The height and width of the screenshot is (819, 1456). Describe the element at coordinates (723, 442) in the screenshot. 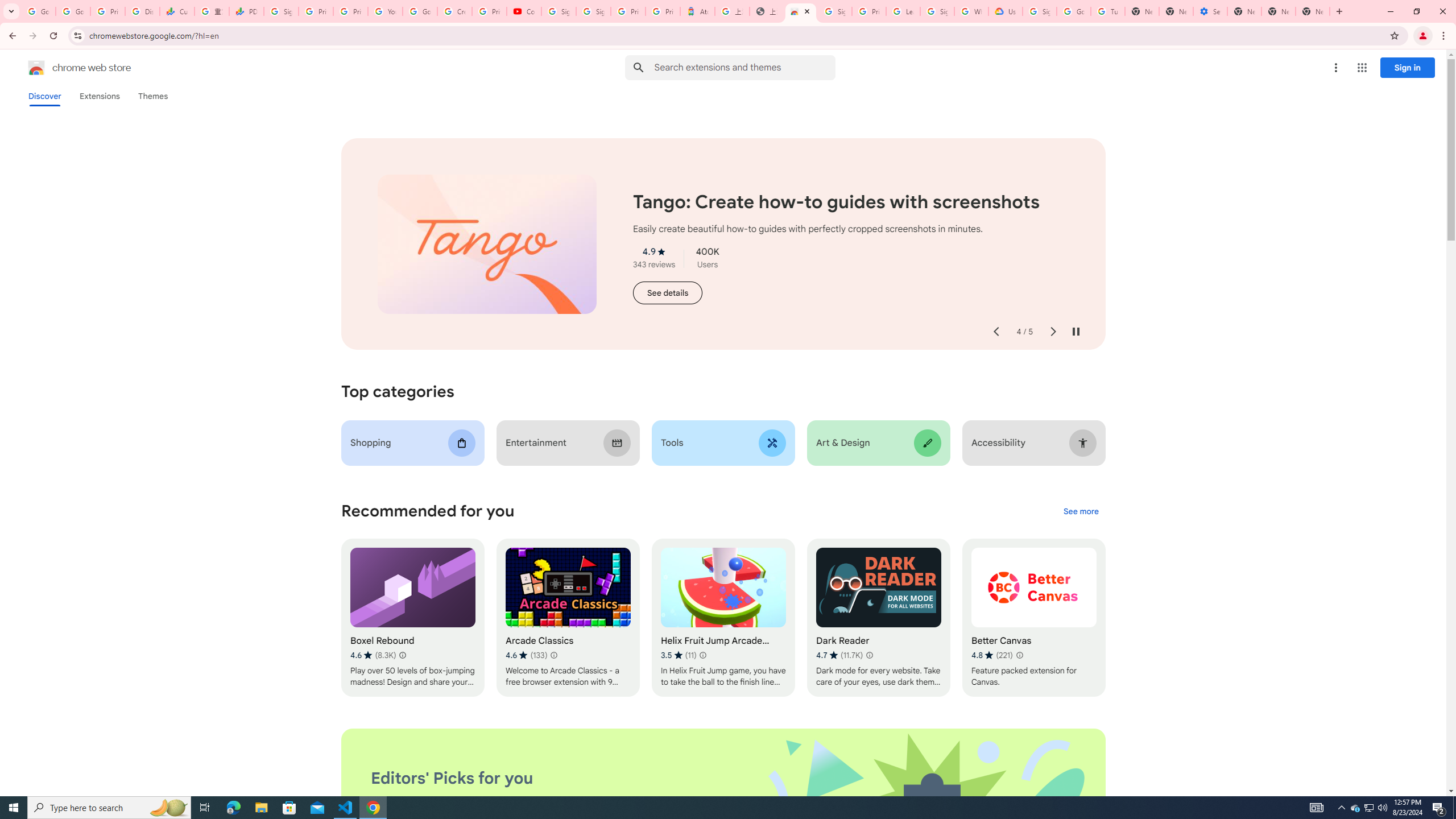

I see `'Tools'` at that location.